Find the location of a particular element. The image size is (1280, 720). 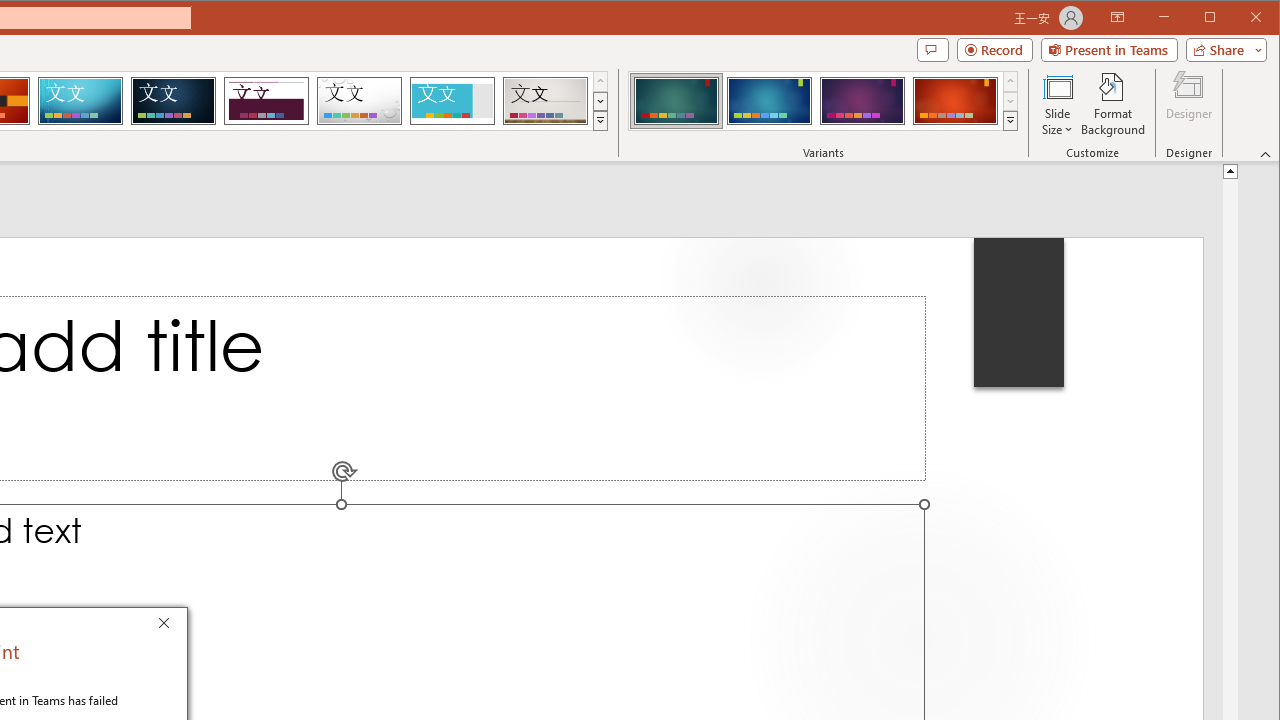

'Droplet' is located at coordinates (359, 100).